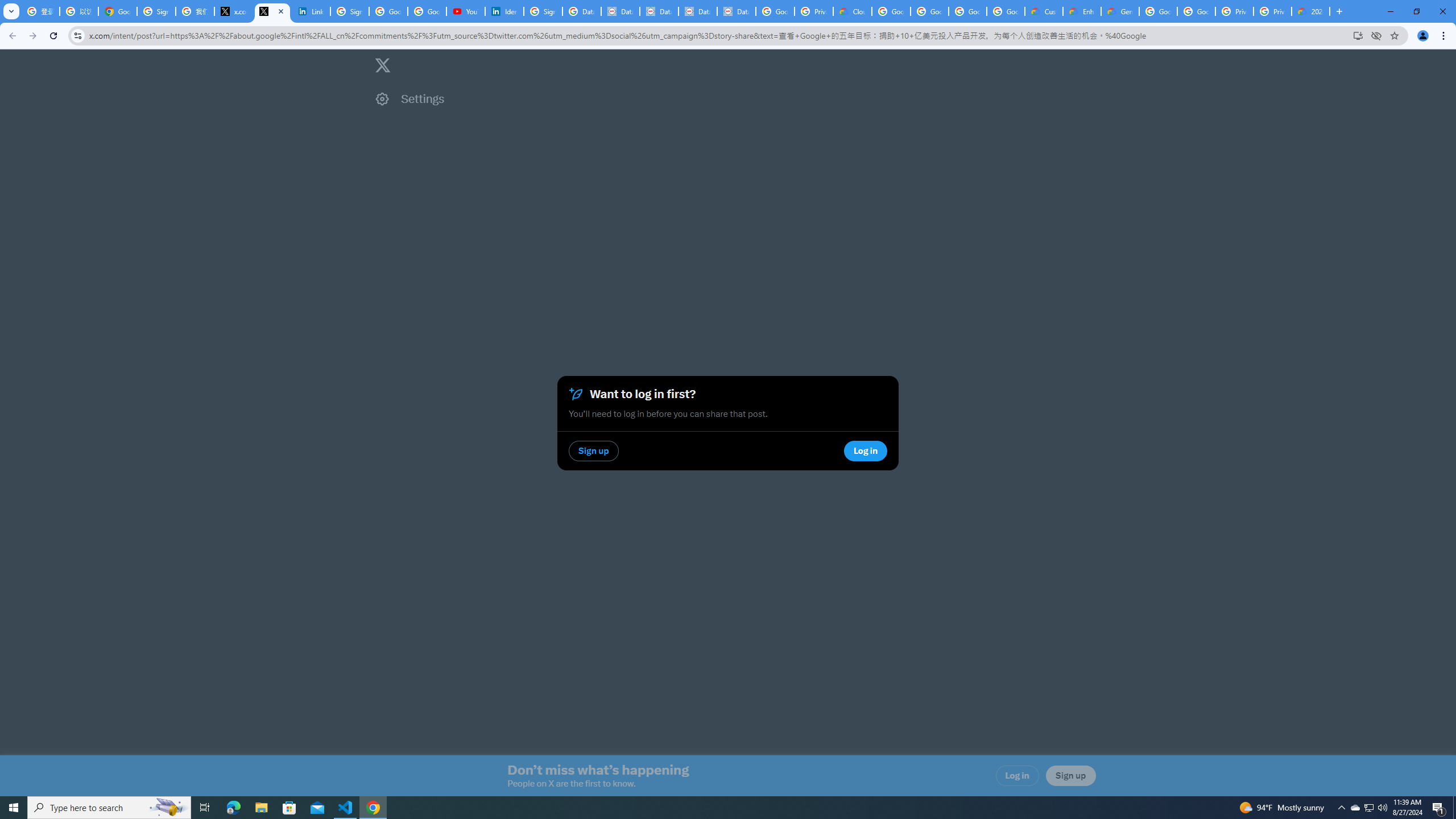 Image resolution: width=1456 pixels, height=819 pixels. Describe the element at coordinates (1119, 11) in the screenshot. I see `'Gemini for Business and Developers | Google Cloud'` at that location.